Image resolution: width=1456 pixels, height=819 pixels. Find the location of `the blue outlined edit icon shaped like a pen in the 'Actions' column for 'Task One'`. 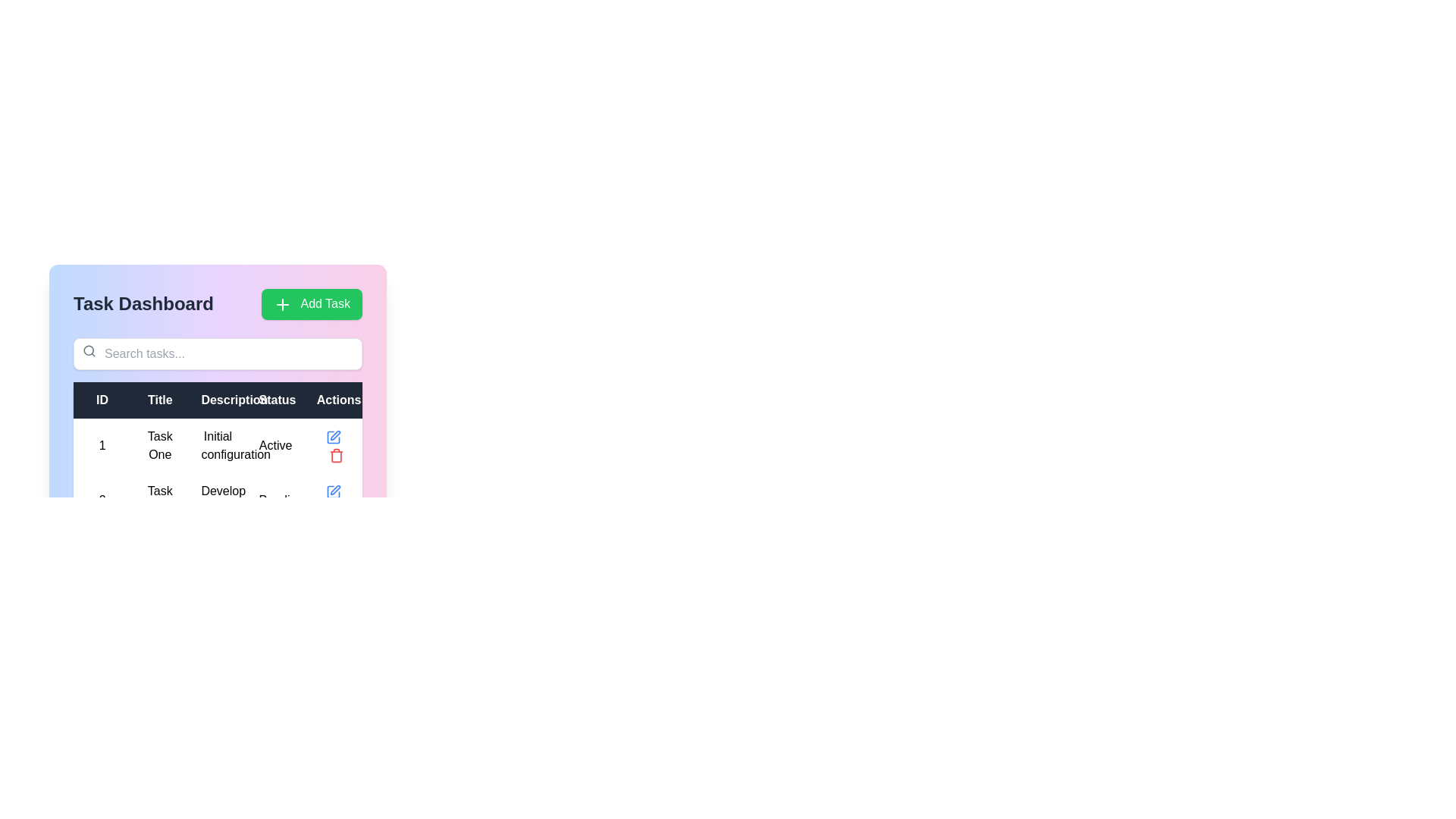

the blue outlined edit icon shaped like a pen in the 'Actions' column for 'Task One' is located at coordinates (332, 436).